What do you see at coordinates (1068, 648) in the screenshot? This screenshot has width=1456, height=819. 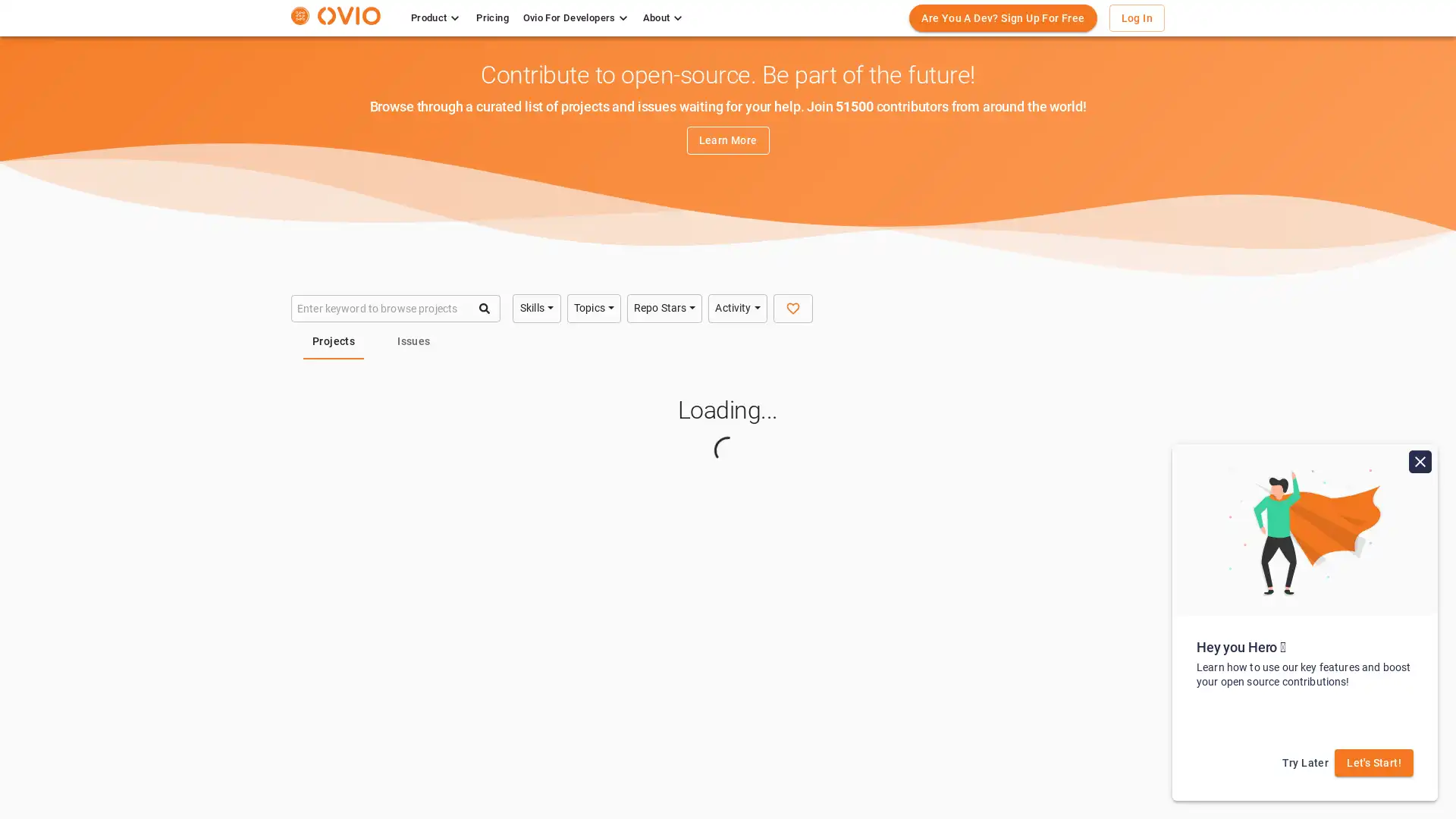 I see `C, C++` at bounding box center [1068, 648].